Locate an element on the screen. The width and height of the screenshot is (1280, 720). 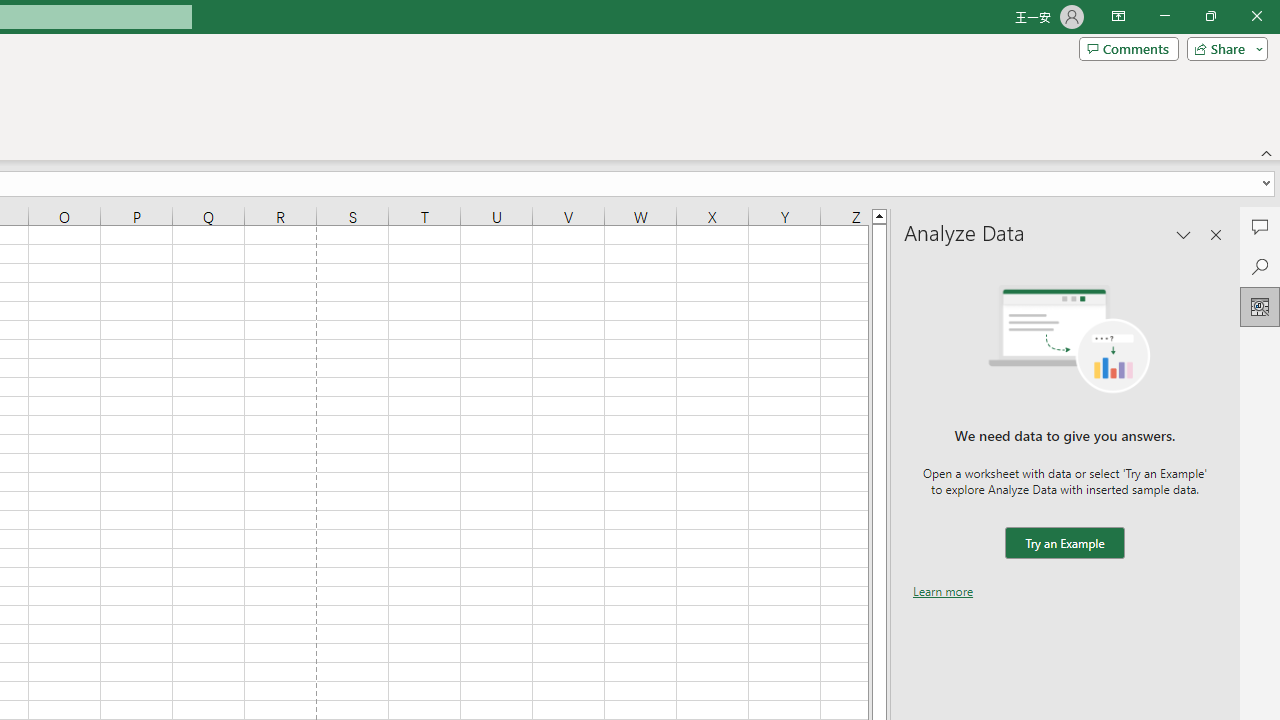
'Restore Down' is located at coordinates (1209, 16).